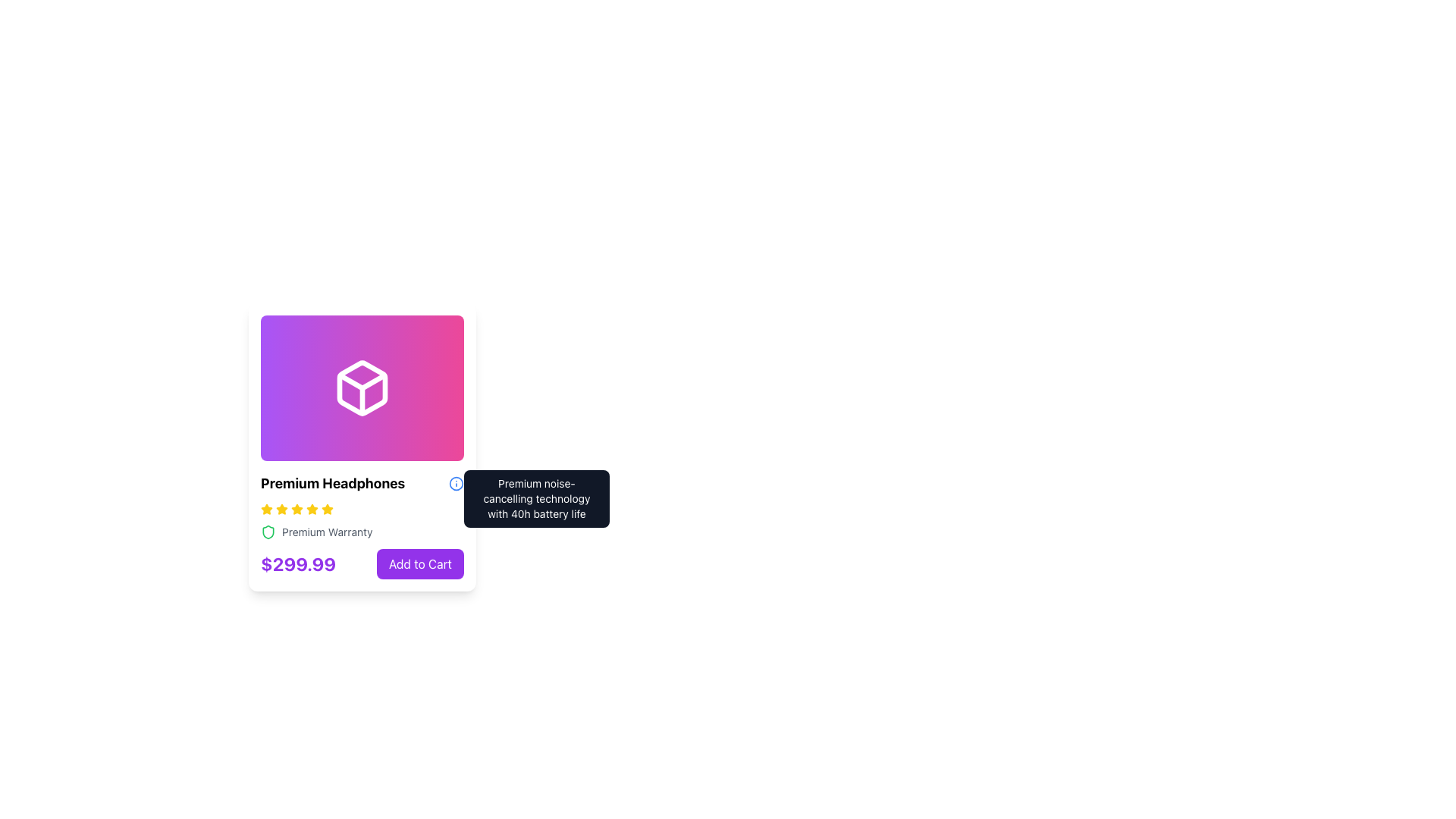 The height and width of the screenshot is (819, 1456). What do you see at coordinates (312, 509) in the screenshot?
I see `the seventh yellow star icon in the rating component, which is part of a horizontal row of nine stars, located at the bottom of the product details card` at bounding box center [312, 509].